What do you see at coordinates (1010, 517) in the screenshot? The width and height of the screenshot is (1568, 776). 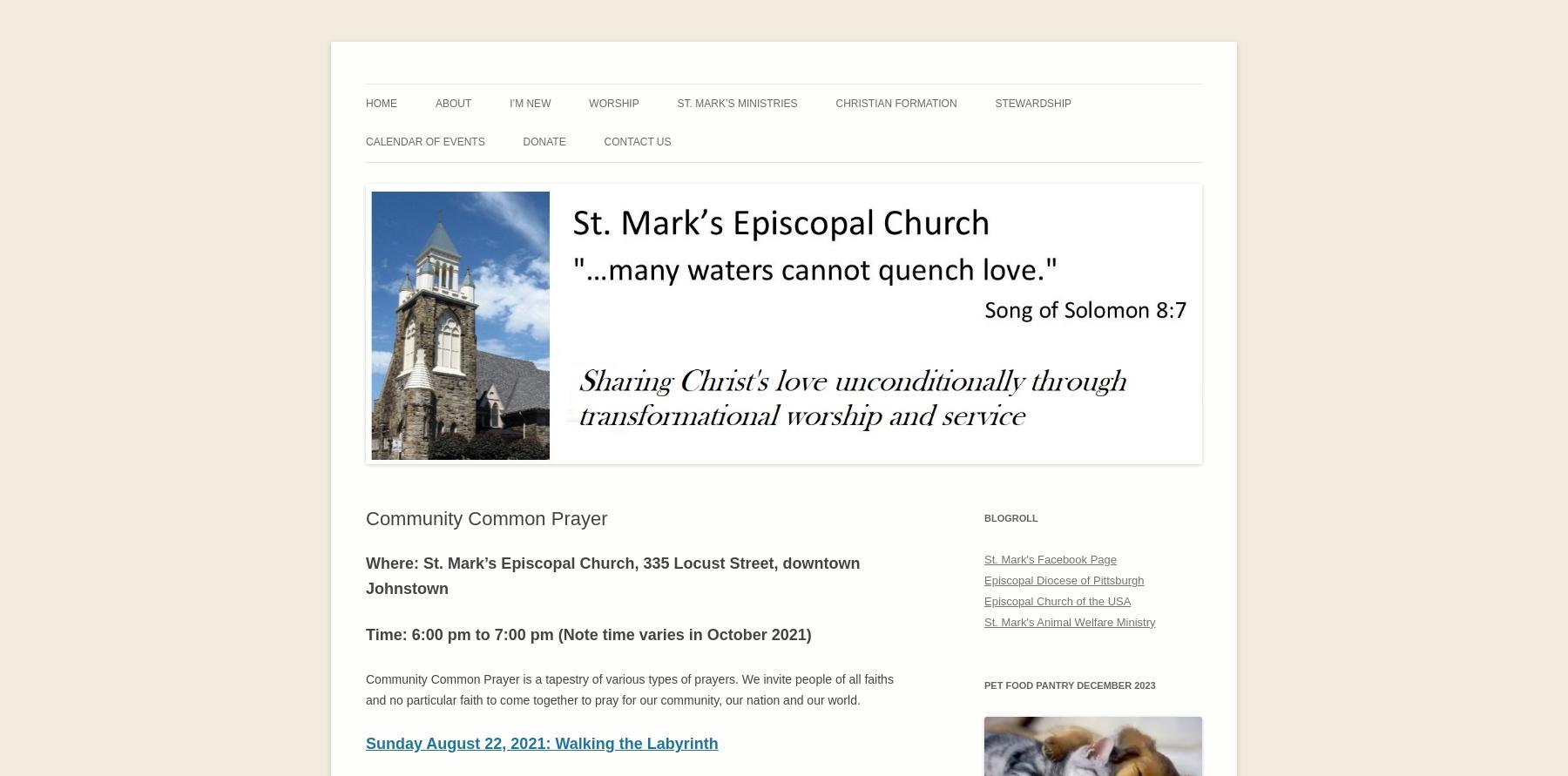 I see `'Blogroll'` at bounding box center [1010, 517].